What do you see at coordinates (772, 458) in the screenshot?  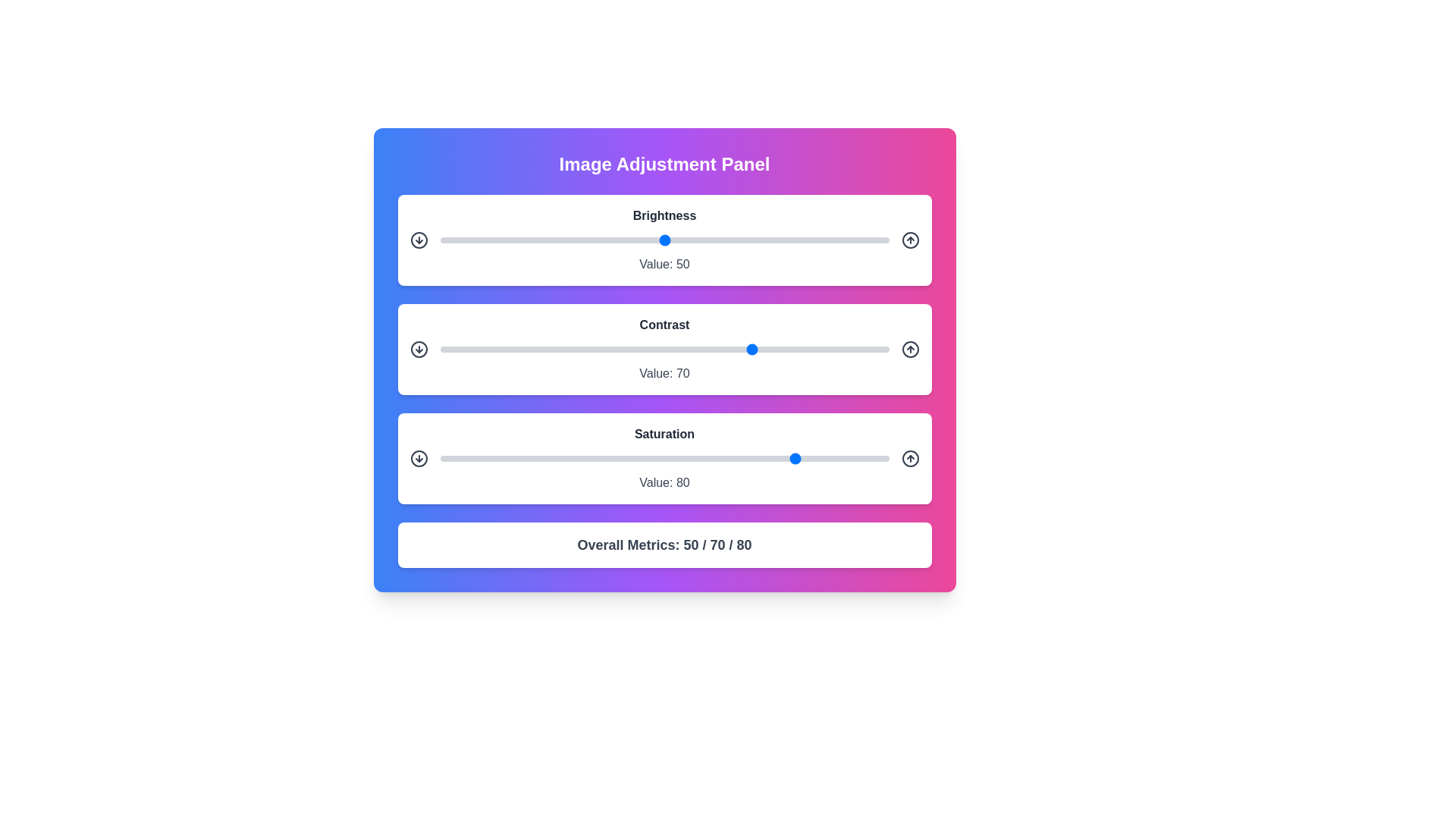 I see `saturation level` at bounding box center [772, 458].